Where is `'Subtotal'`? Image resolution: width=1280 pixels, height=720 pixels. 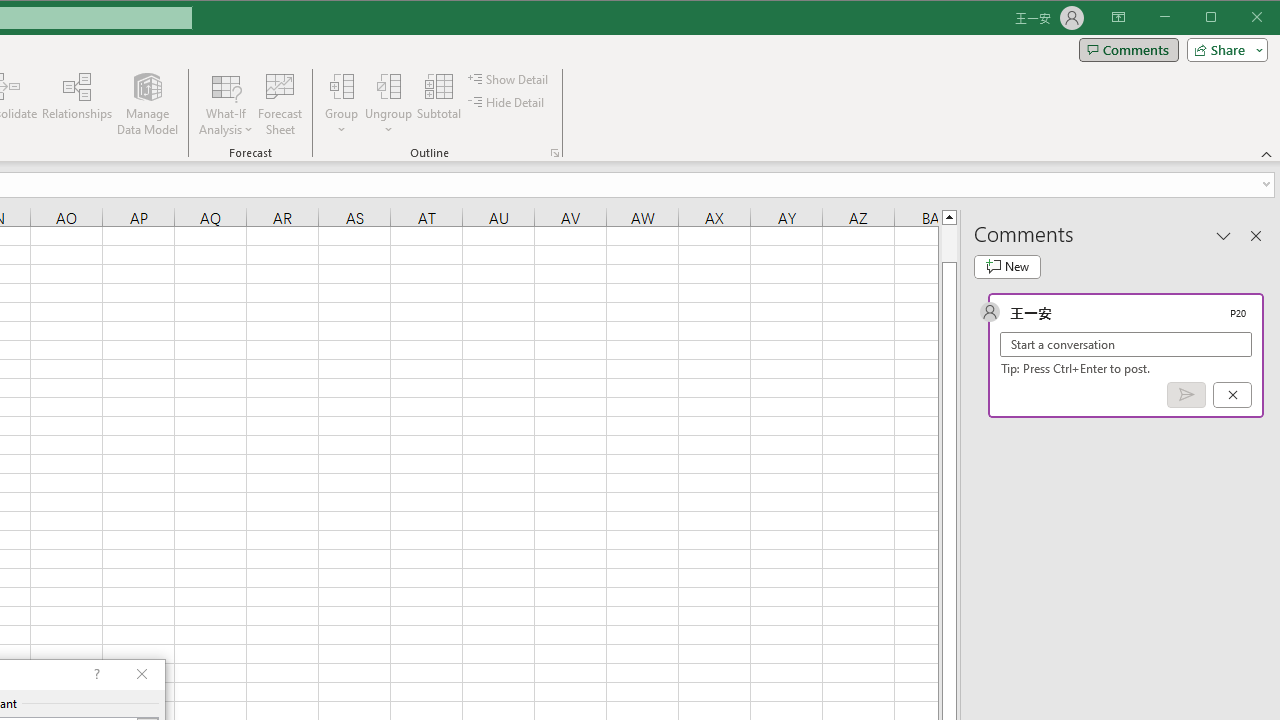 'Subtotal' is located at coordinates (438, 104).